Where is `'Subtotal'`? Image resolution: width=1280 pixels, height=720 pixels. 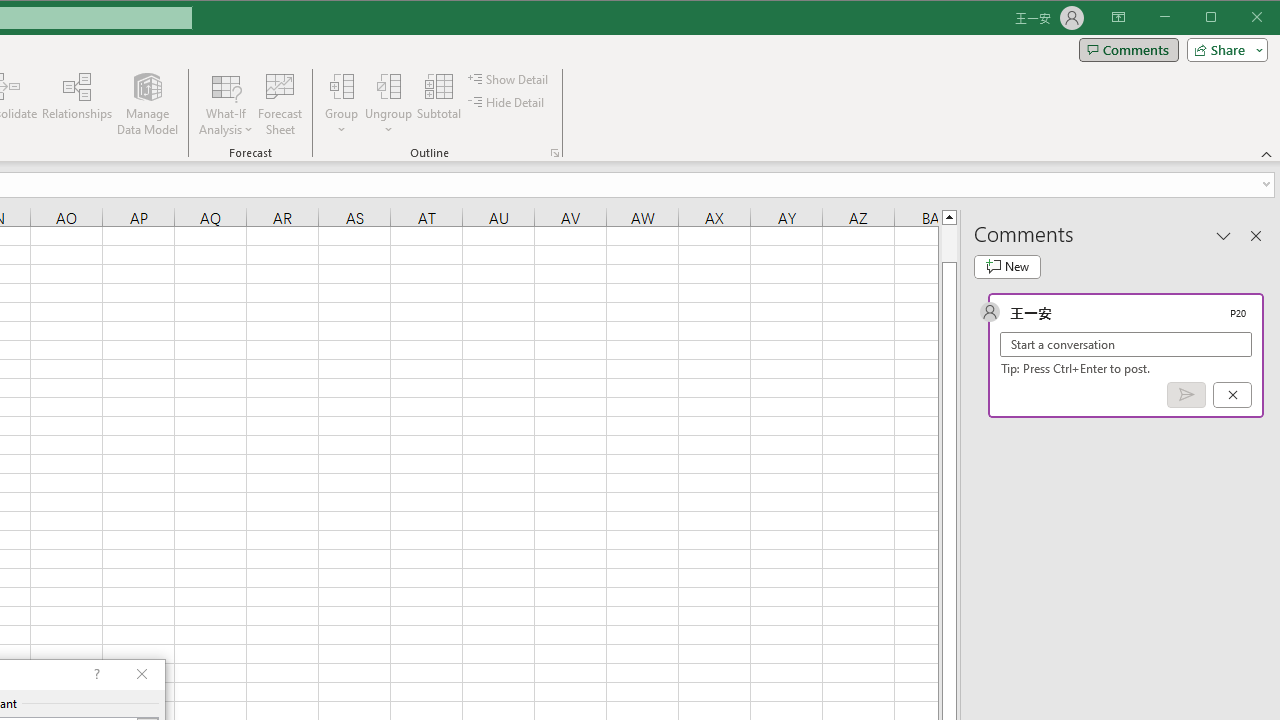 'Subtotal' is located at coordinates (438, 104).